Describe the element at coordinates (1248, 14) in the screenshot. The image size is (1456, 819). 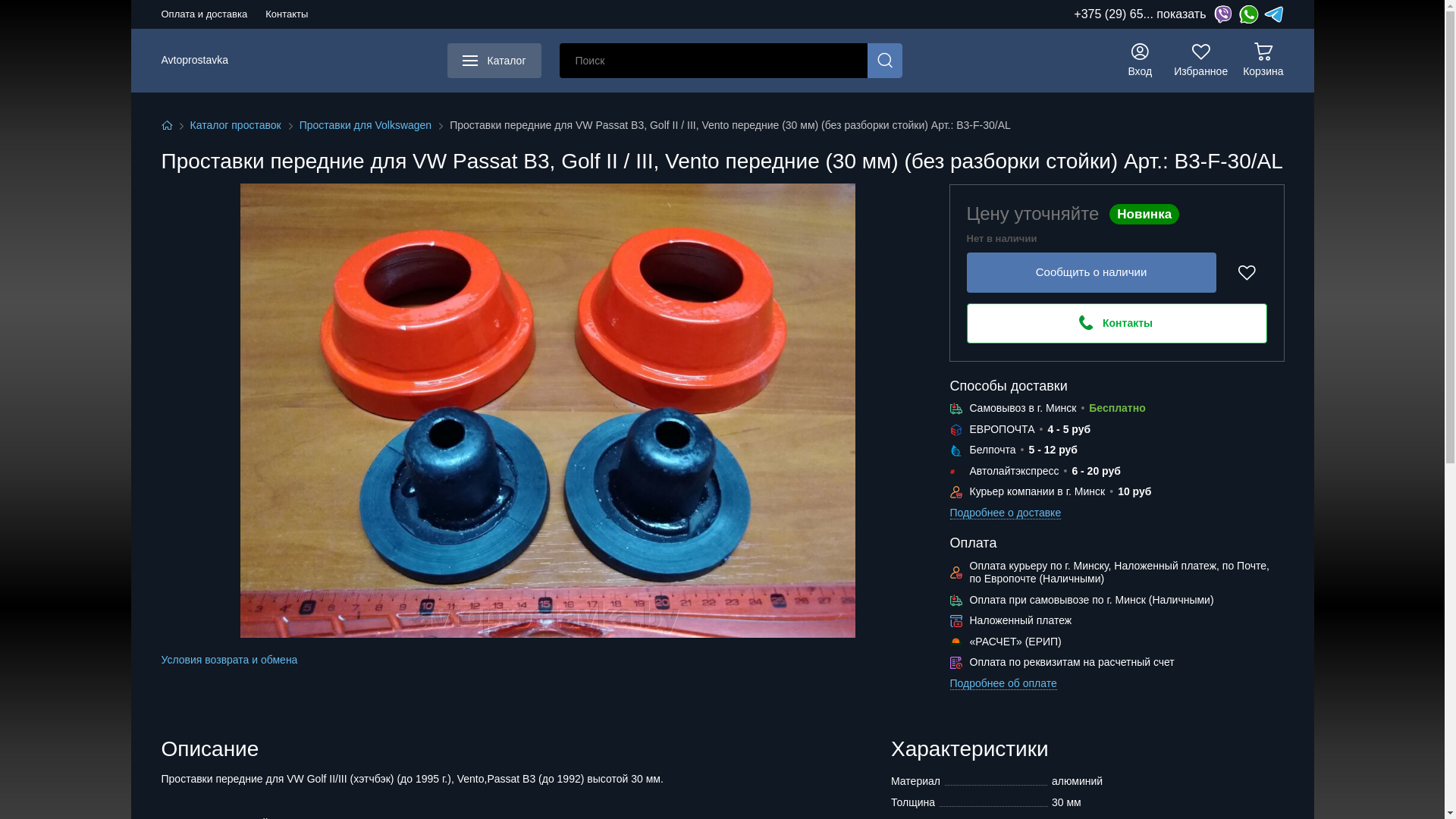
I see `'WhatsApp'` at that location.